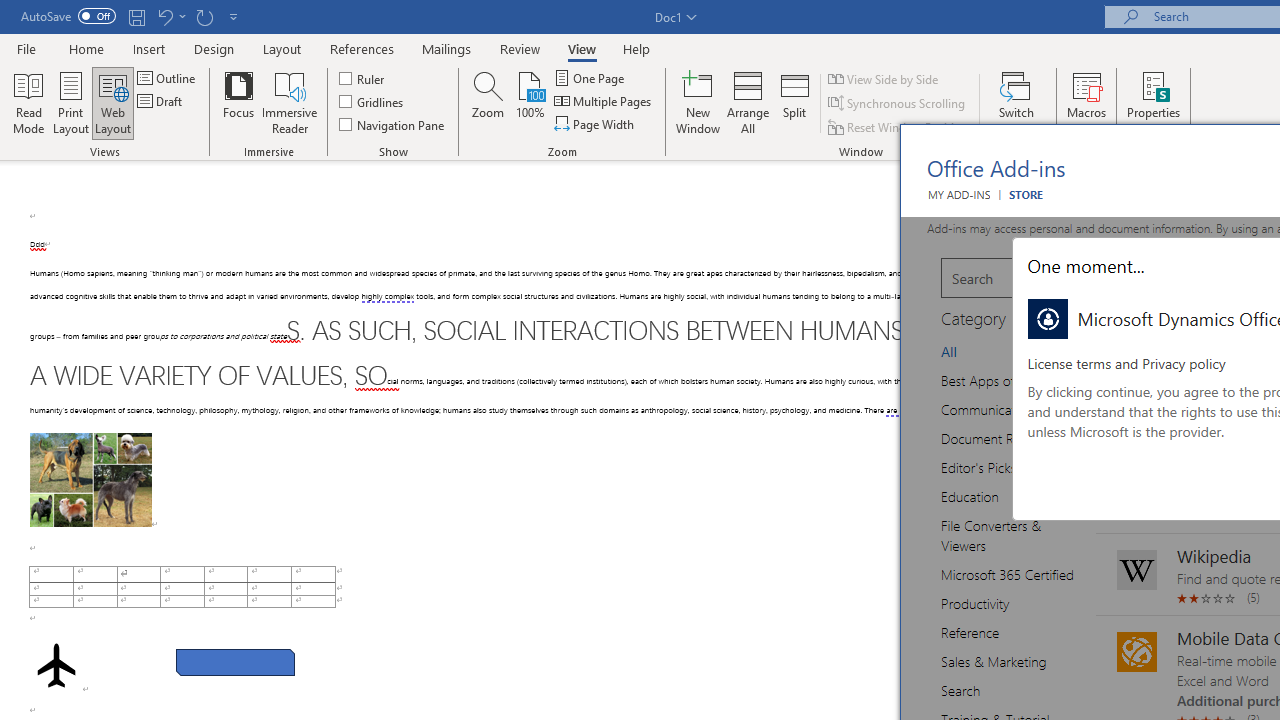 The image size is (1280, 720). Describe the element at coordinates (170, 16) in the screenshot. I see `'Undo Paragraph Alignment'` at that location.